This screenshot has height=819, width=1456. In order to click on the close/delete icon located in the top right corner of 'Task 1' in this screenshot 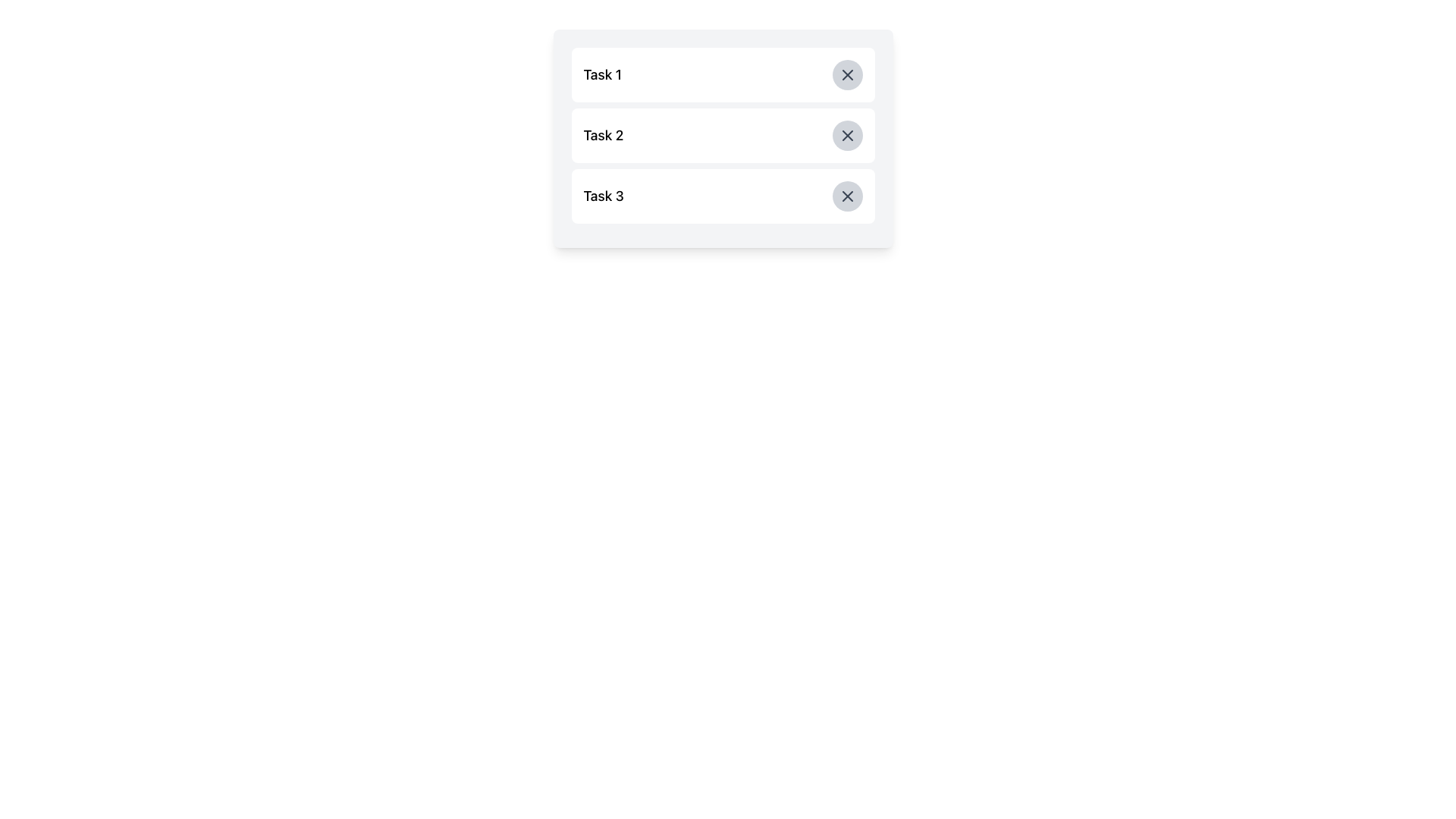, I will do `click(846, 75)`.